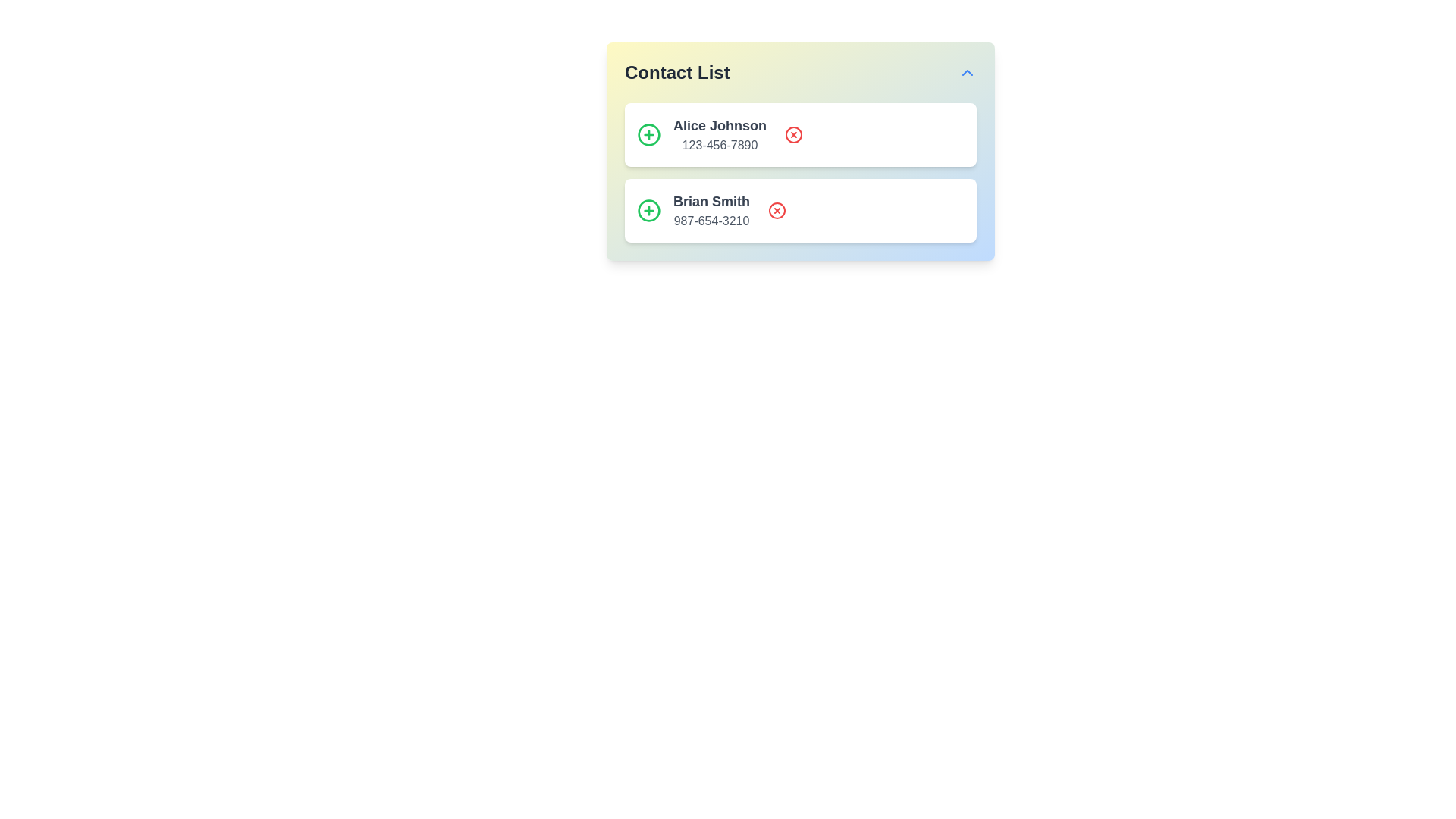 The height and width of the screenshot is (819, 1456). What do you see at coordinates (719, 133) in the screenshot?
I see `the adjacent green '+' icon and the red 'x' icon next to the contact 'Alice Johnson' in the first entry of the 'Contact List'` at bounding box center [719, 133].